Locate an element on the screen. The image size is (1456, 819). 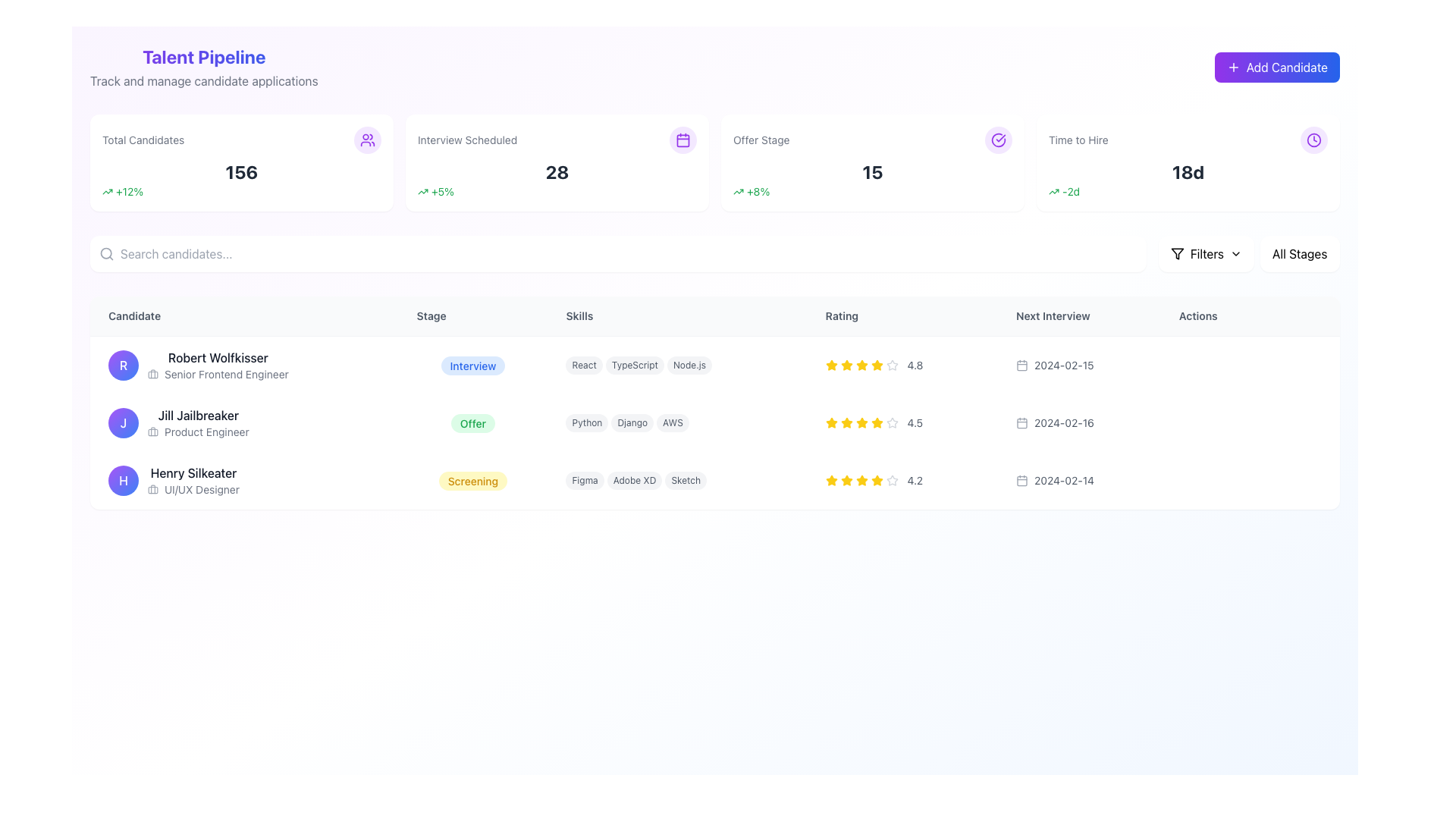
the filter symbol icon, which resembles a funnel and is located in the toolbar next to the 'Filters' dropdown menu is located at coordinates (1176, 253).